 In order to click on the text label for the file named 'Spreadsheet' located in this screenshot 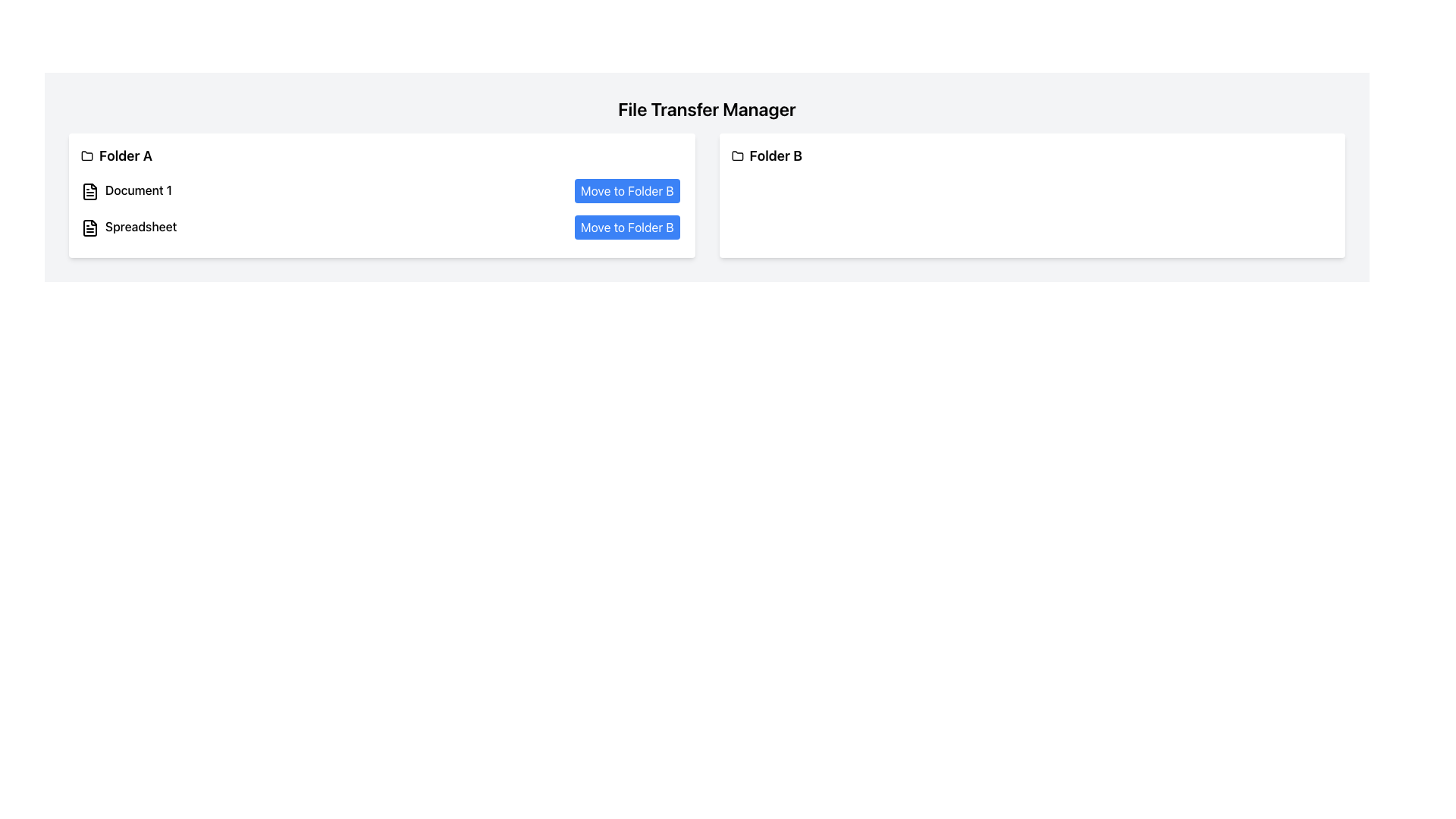, I will do `click(141, 227)`.